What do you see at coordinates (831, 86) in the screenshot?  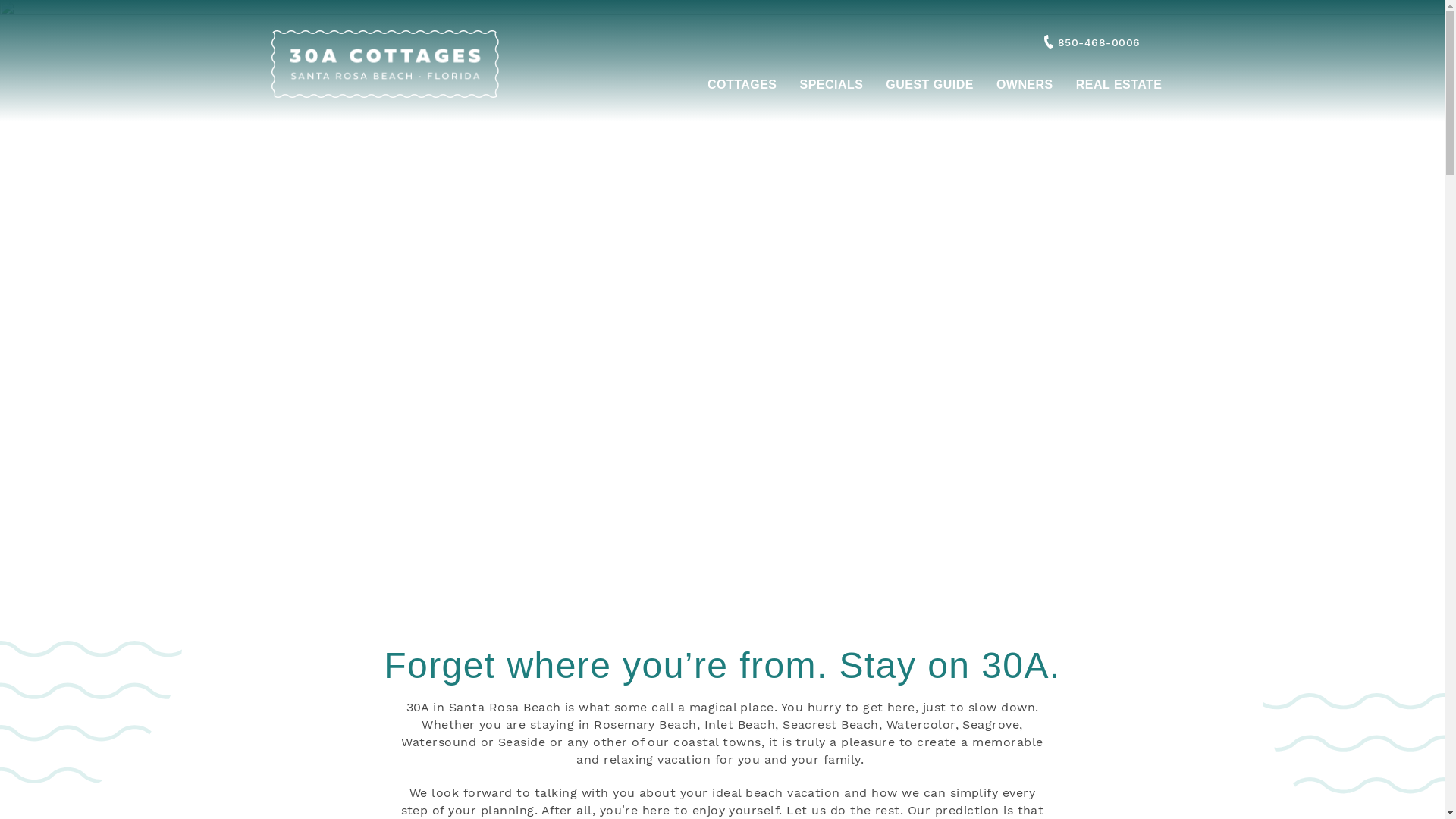 I see `'SPECIALS'` at bounding box center [831, 86].